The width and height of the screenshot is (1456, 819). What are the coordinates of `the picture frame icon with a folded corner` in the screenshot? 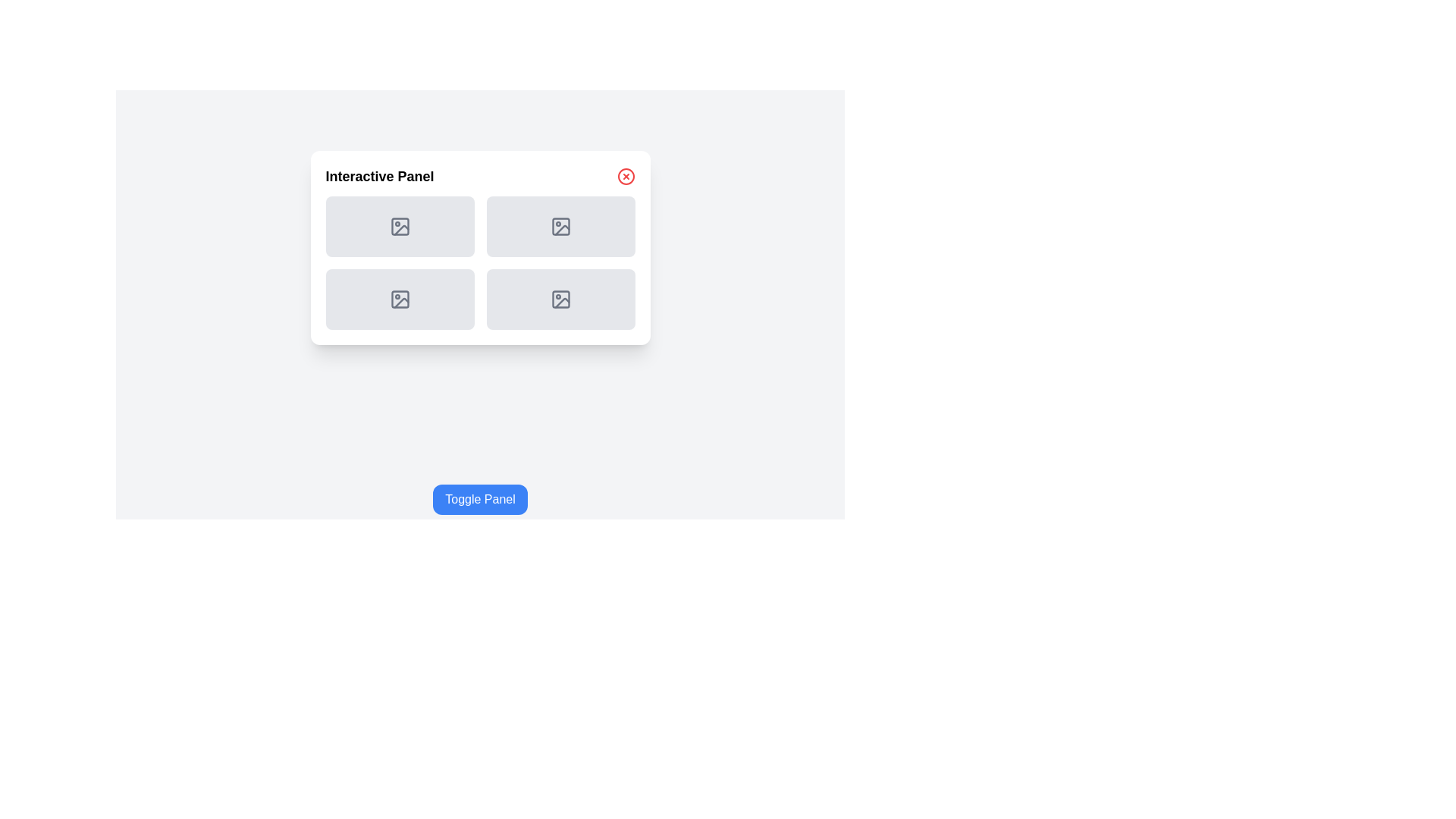 It's located at (400, 299).